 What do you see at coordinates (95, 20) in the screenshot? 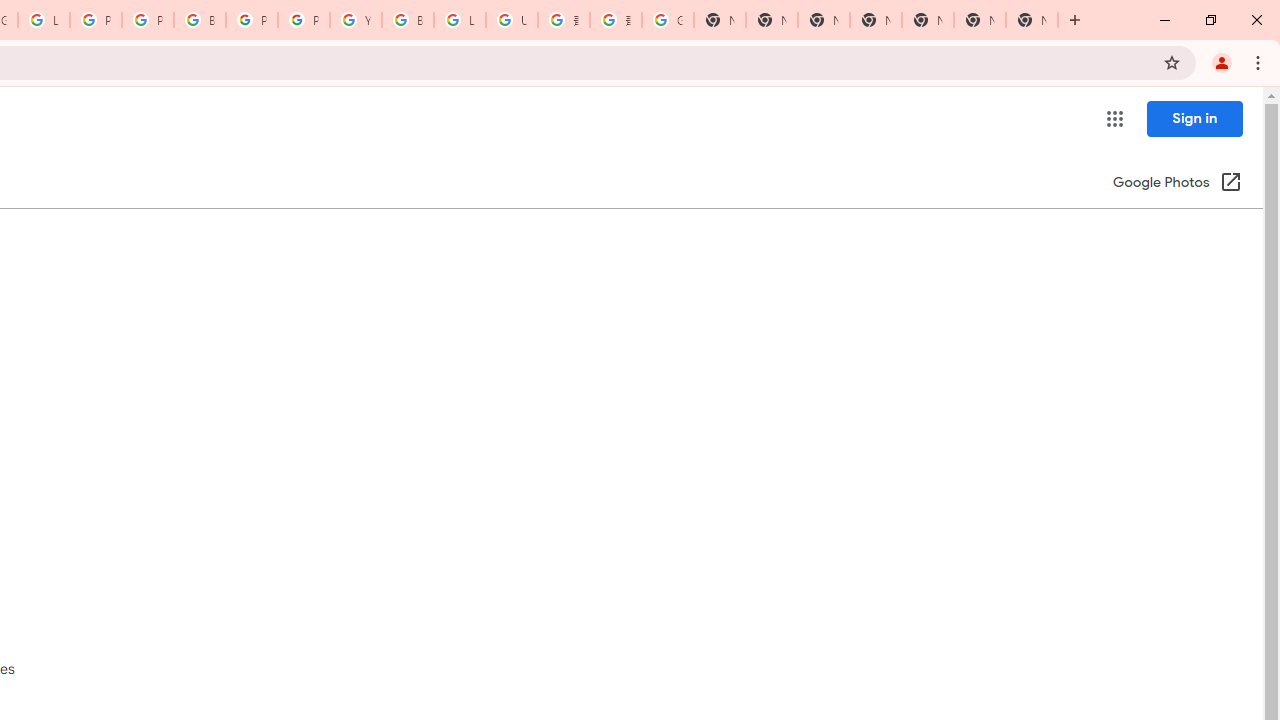
I see `'Privacy Help Center - Policies Help'` at bounding box center [95, 20].